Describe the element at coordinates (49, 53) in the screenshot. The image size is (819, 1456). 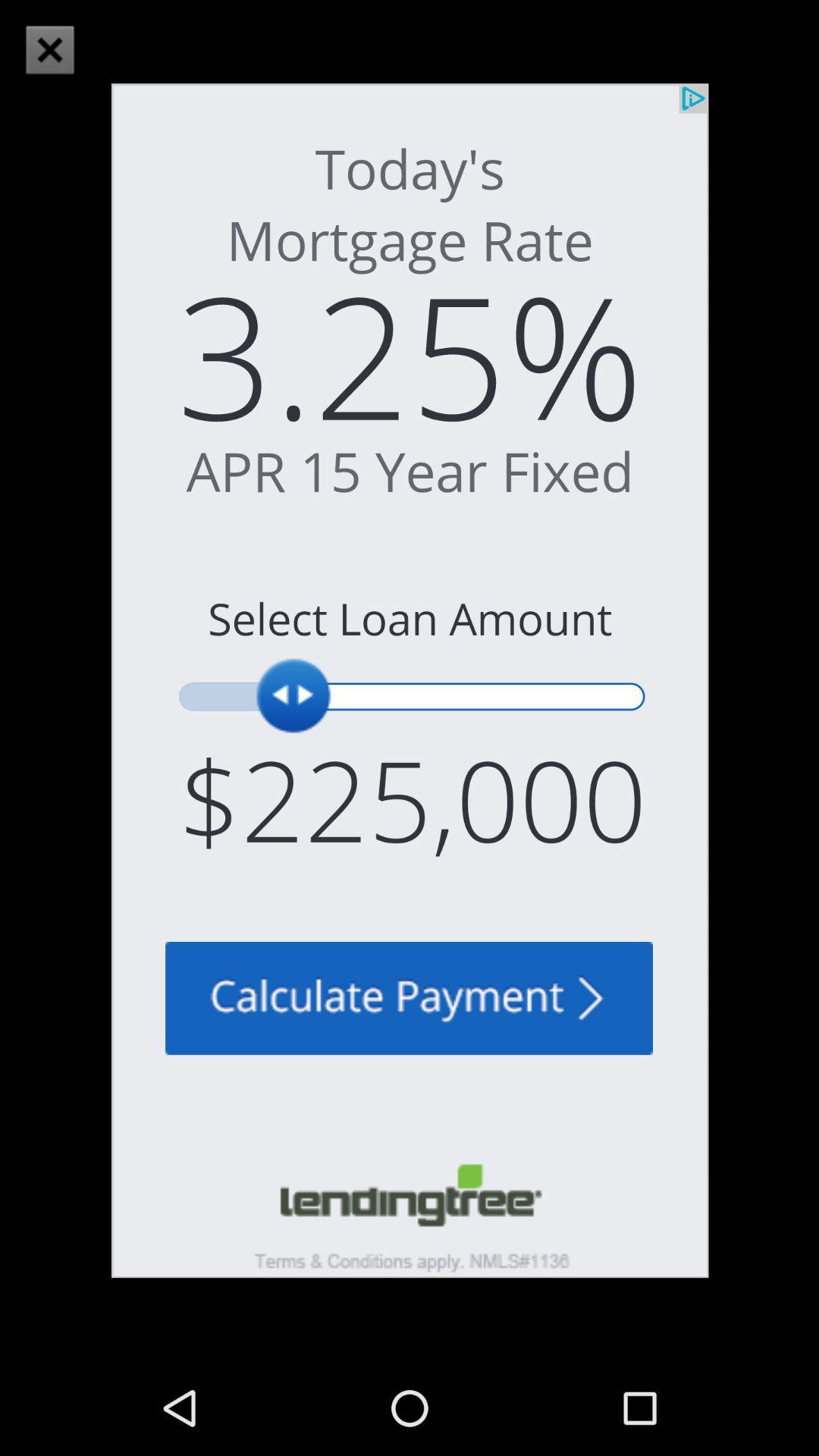
I see `the close icon` at that location.